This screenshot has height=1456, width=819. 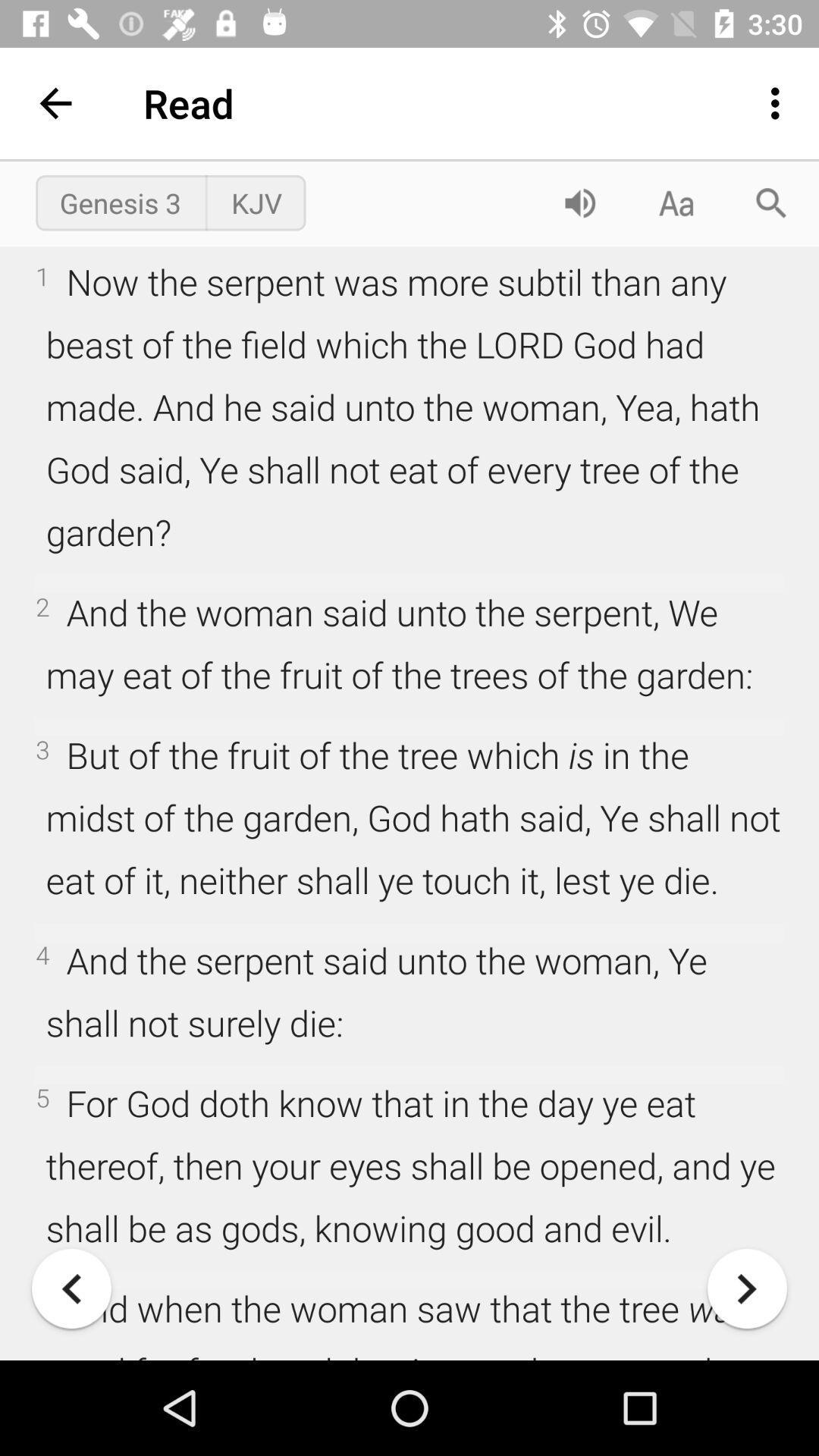 I want to click on go forward, so click(x=746, y=1288).